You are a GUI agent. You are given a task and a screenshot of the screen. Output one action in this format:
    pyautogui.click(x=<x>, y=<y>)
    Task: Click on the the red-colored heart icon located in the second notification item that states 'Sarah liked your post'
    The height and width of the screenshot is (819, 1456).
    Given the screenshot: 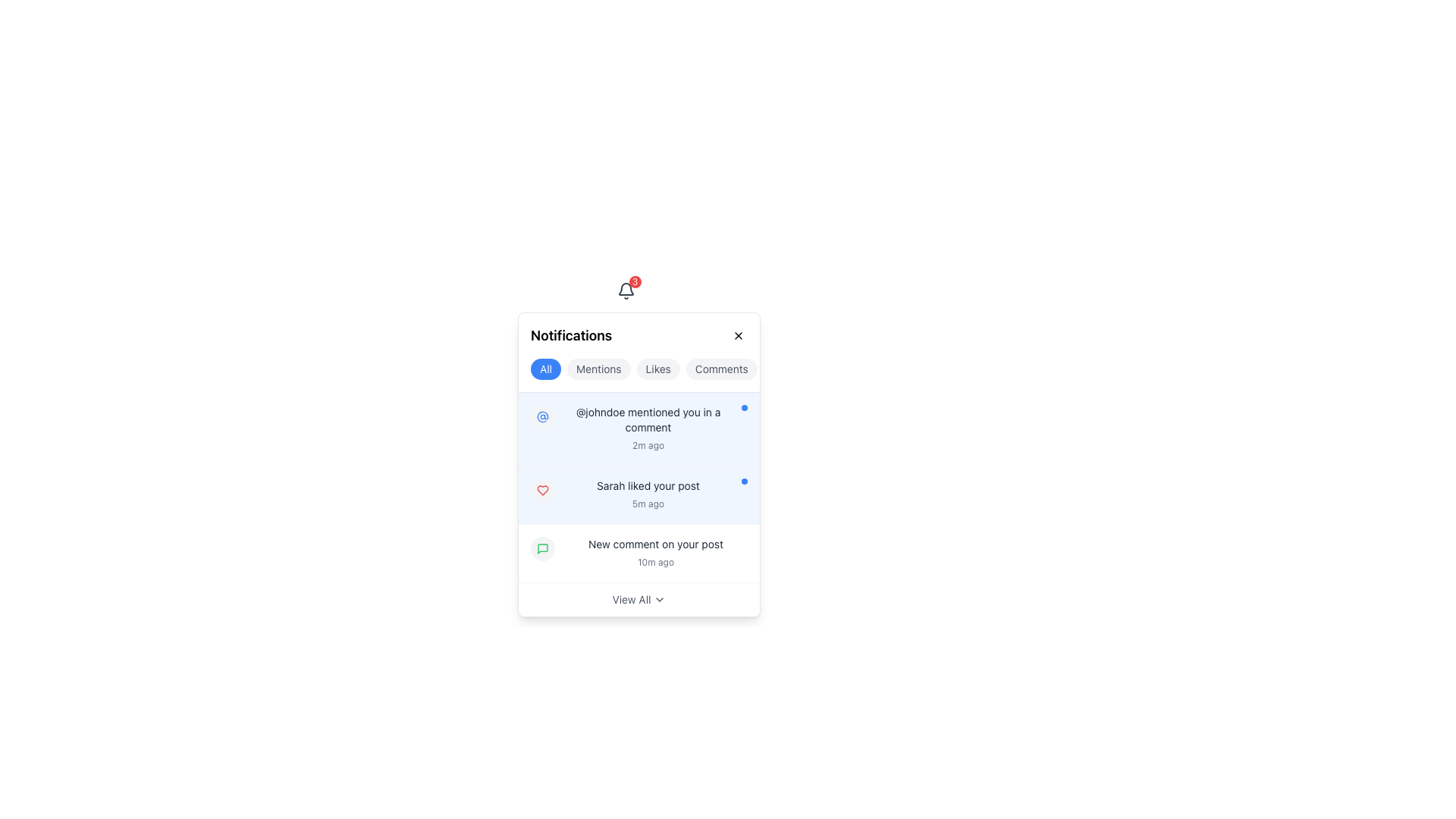 What is the action you would take?
    pyautogui.click(x=542, y=491)
    